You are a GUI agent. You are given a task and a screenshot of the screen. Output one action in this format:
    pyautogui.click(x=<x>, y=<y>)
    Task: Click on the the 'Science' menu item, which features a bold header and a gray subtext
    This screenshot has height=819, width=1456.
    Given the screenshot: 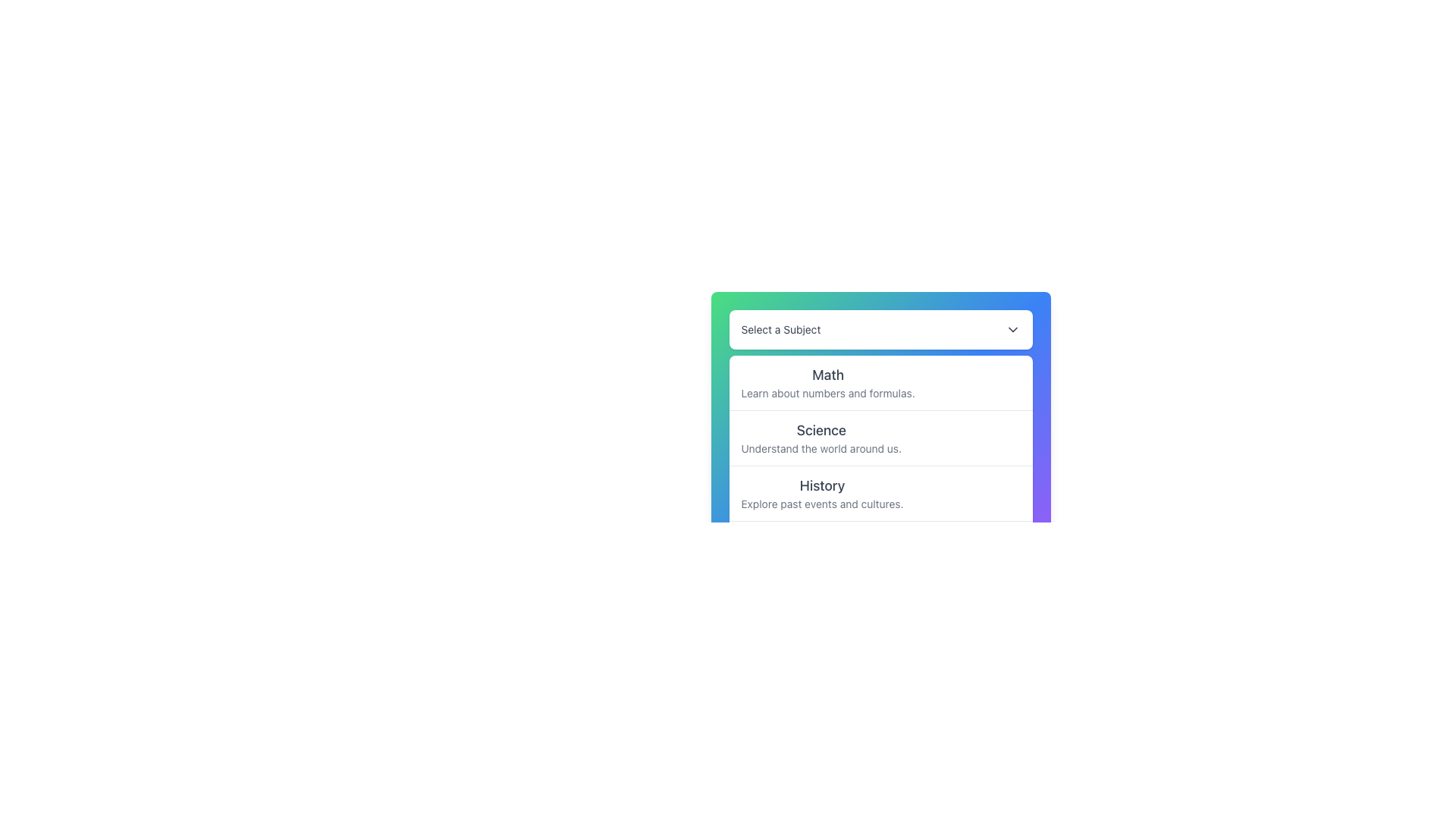 What is the action you would take?
    pyautogui.click(x=821, y=438)
    